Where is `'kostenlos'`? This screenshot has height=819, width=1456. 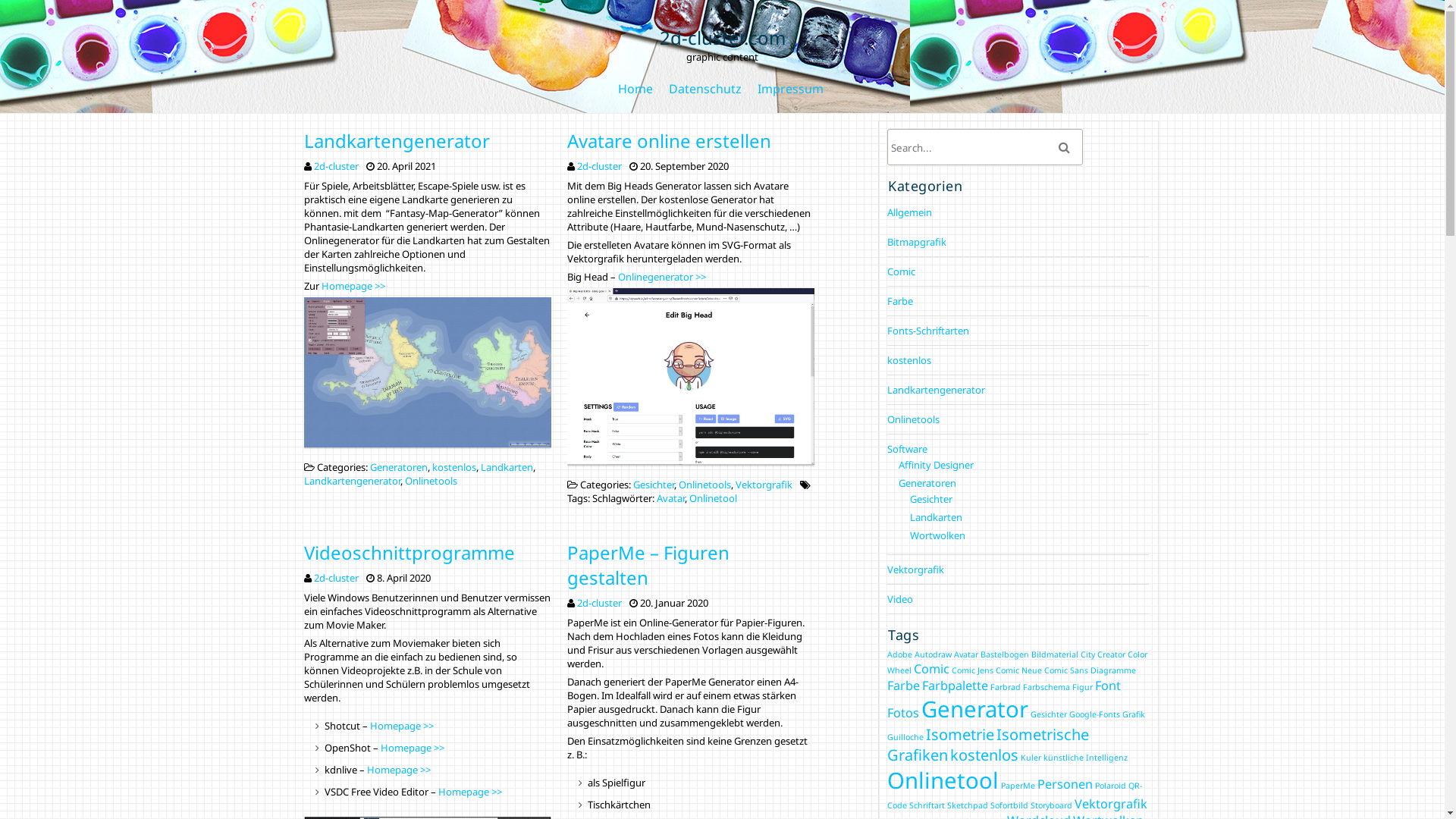
'kostenlos' is located at coordinates (909, 359).